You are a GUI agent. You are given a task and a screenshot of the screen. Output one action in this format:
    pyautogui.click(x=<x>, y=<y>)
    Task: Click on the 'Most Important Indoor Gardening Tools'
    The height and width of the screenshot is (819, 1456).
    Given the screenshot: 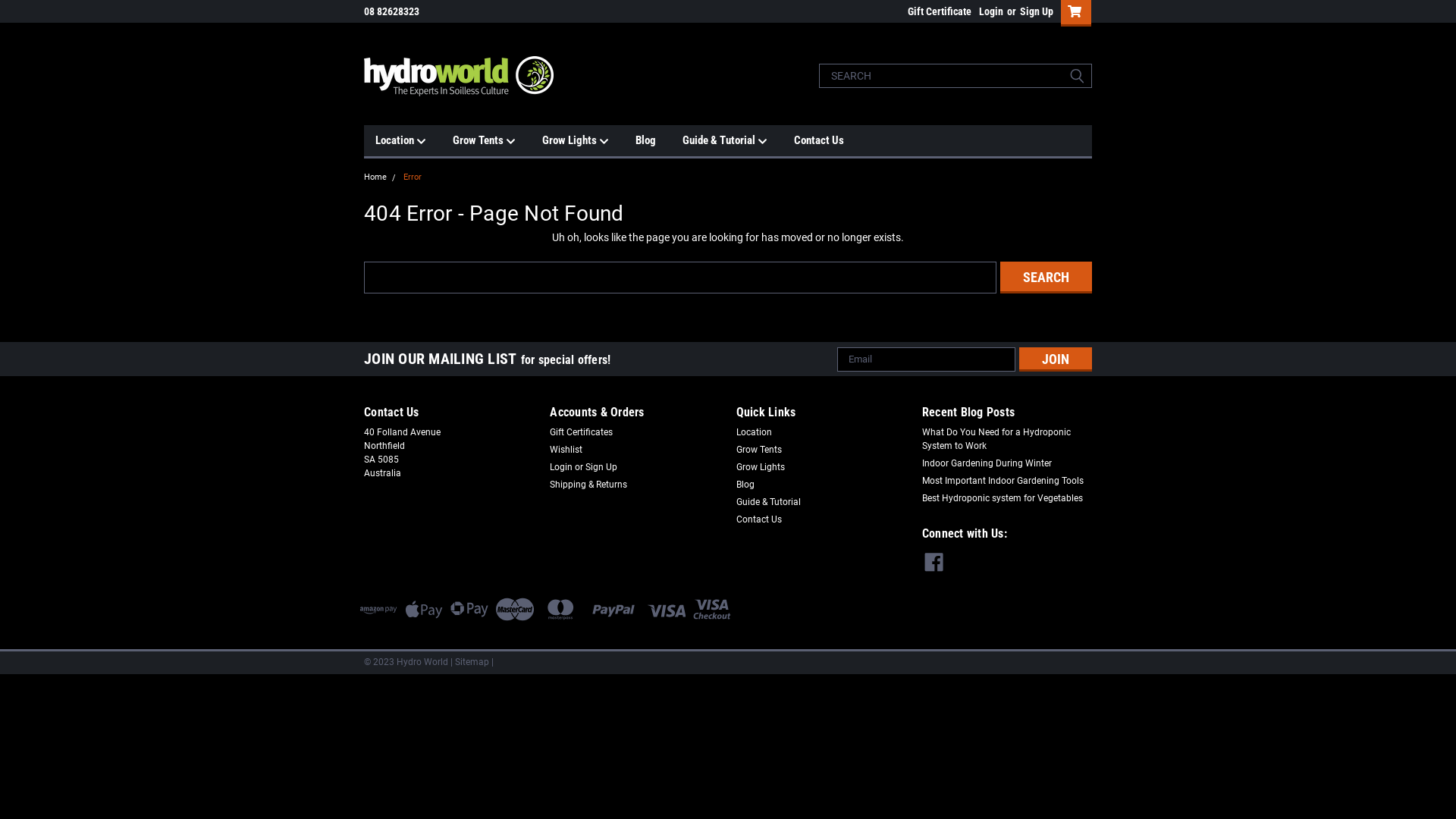 What is the action you would take?
    pyautogui.click(x=1003, y=479)
    